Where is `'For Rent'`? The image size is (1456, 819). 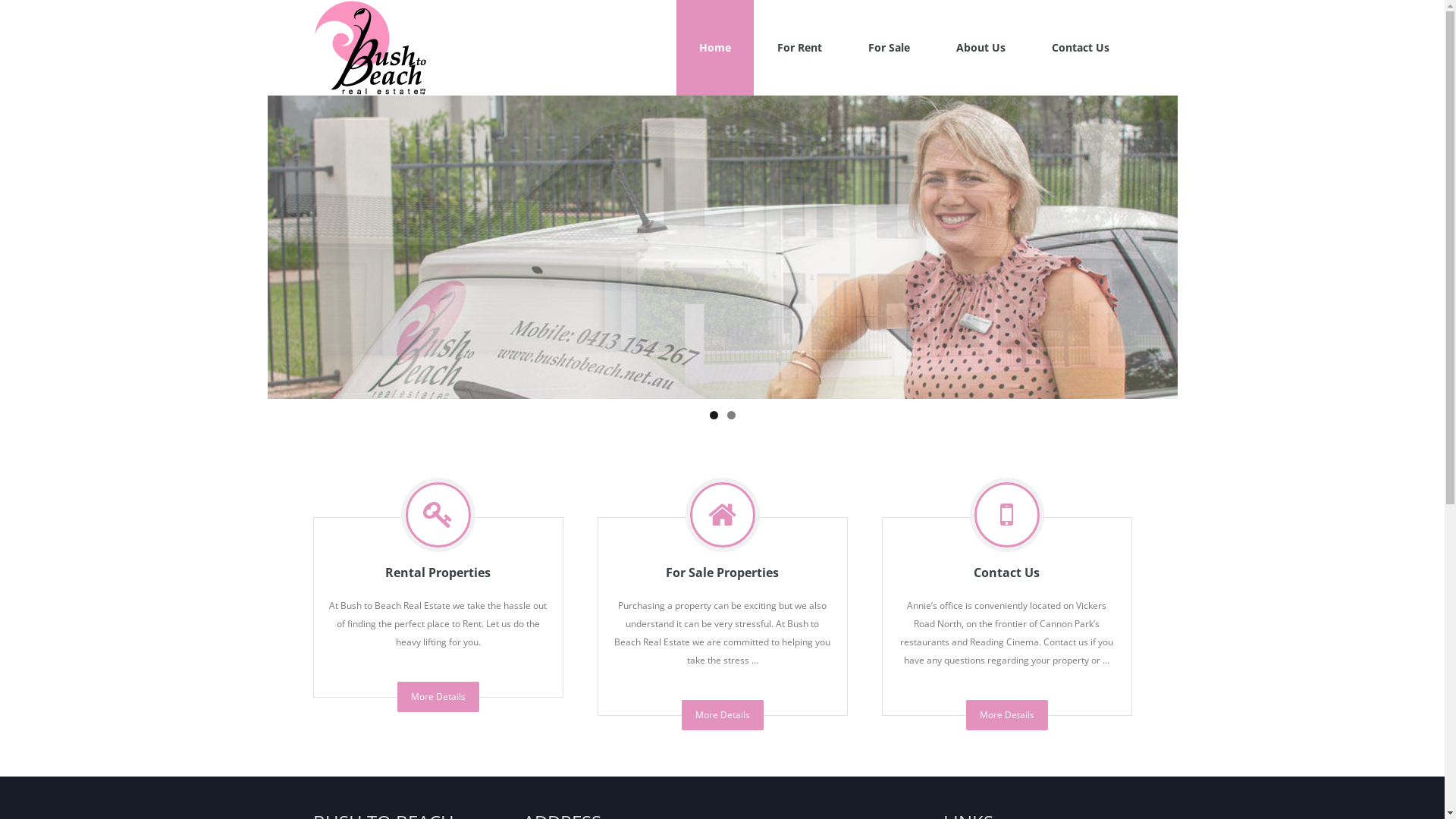
'For Rent' is located at coordinates (798, 46).